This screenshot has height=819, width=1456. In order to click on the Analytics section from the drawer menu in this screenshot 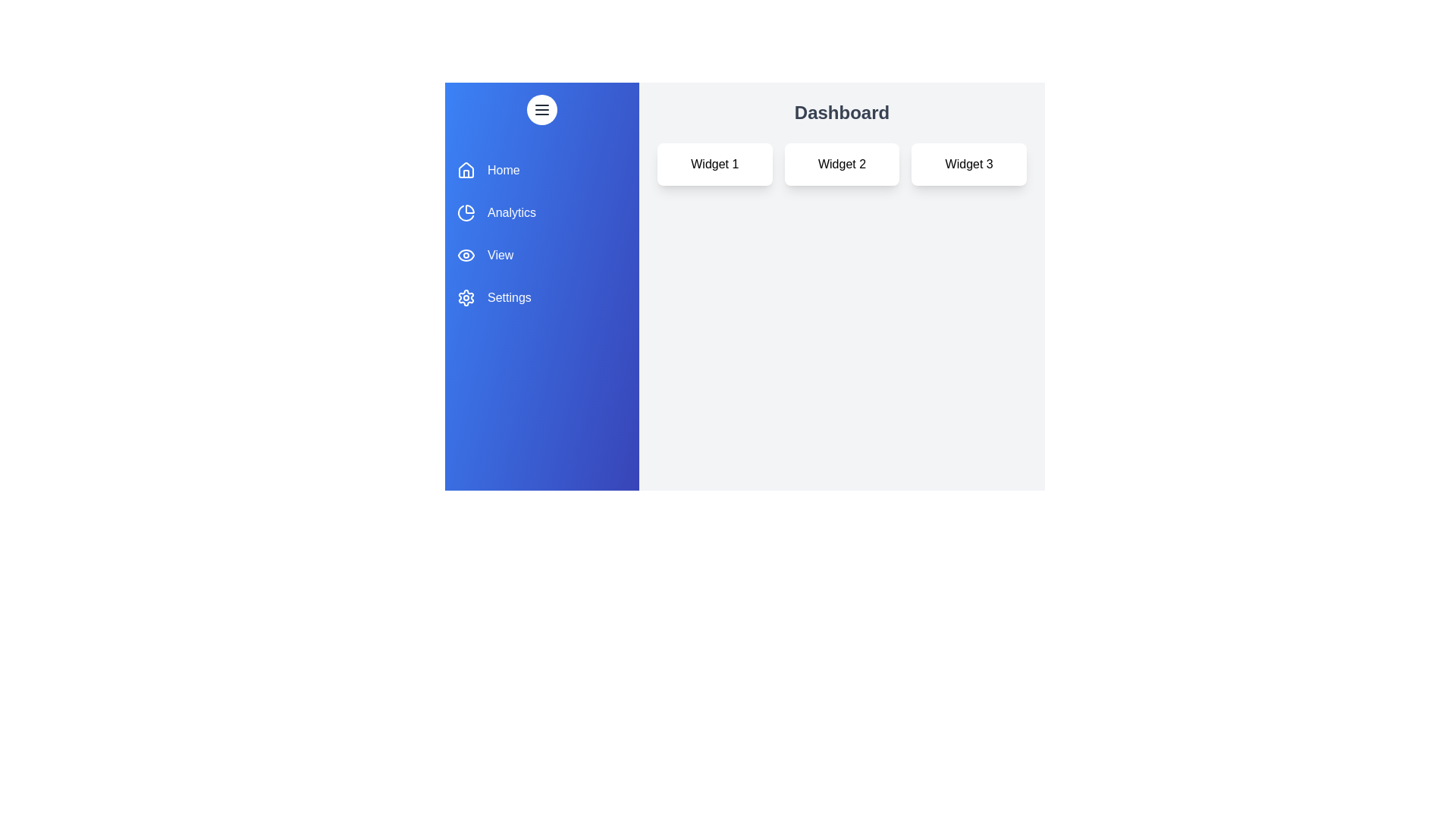, I will do `click(542, 213)`.